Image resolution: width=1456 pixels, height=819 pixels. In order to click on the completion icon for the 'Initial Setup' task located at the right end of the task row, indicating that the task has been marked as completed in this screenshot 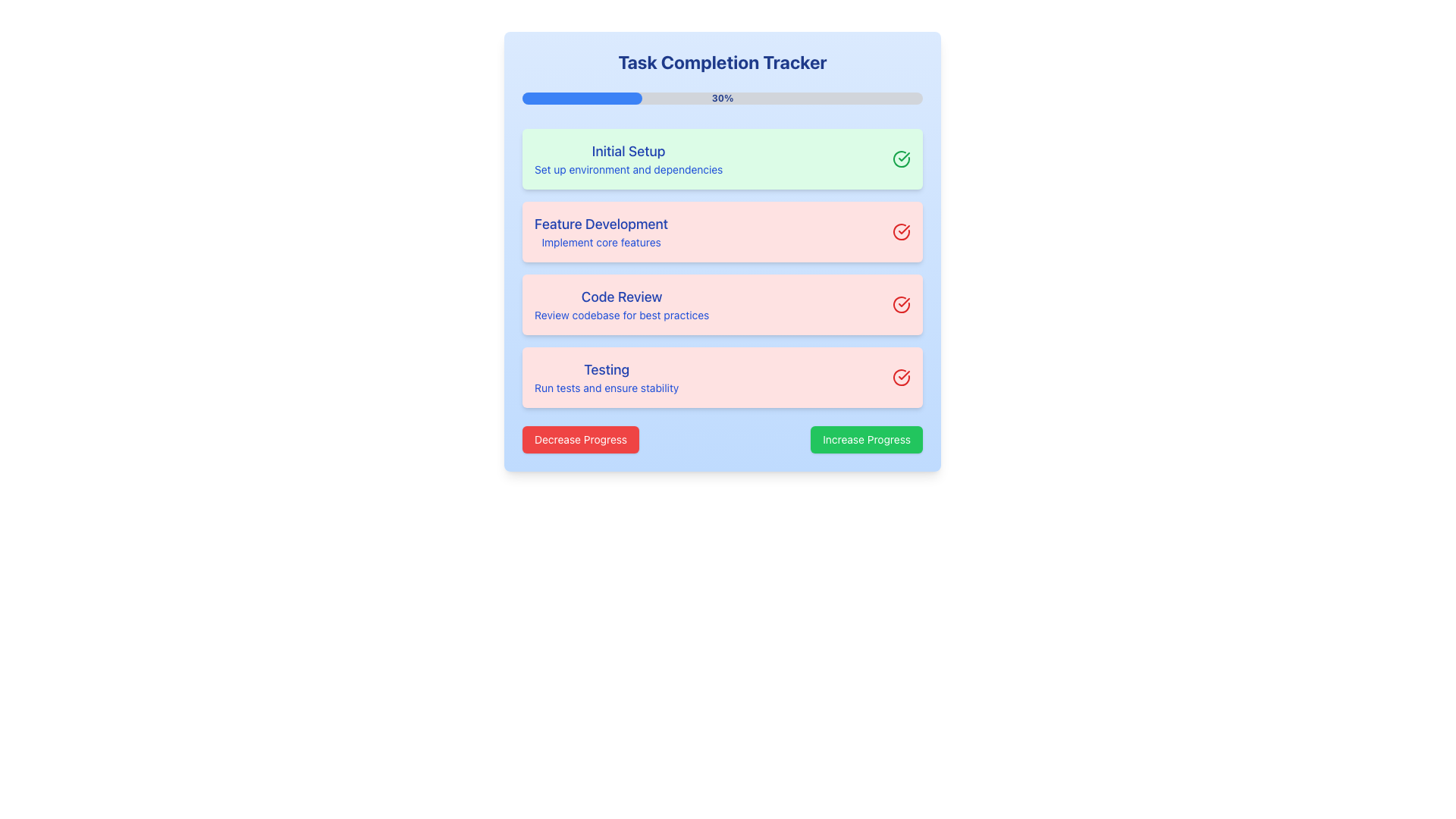, I will do `click(902, 158)`.